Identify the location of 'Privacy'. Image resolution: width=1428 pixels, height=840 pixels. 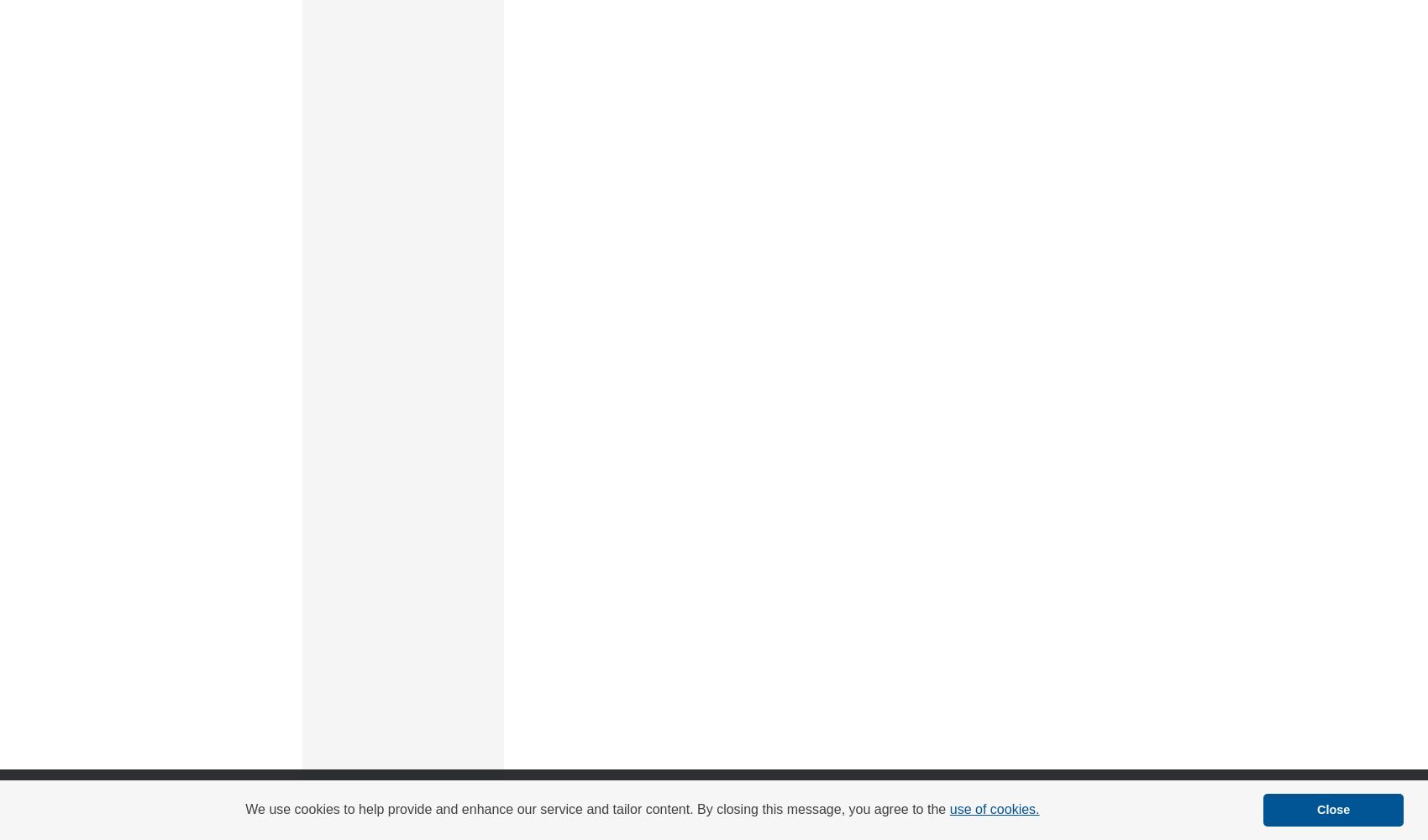
(543, 815).